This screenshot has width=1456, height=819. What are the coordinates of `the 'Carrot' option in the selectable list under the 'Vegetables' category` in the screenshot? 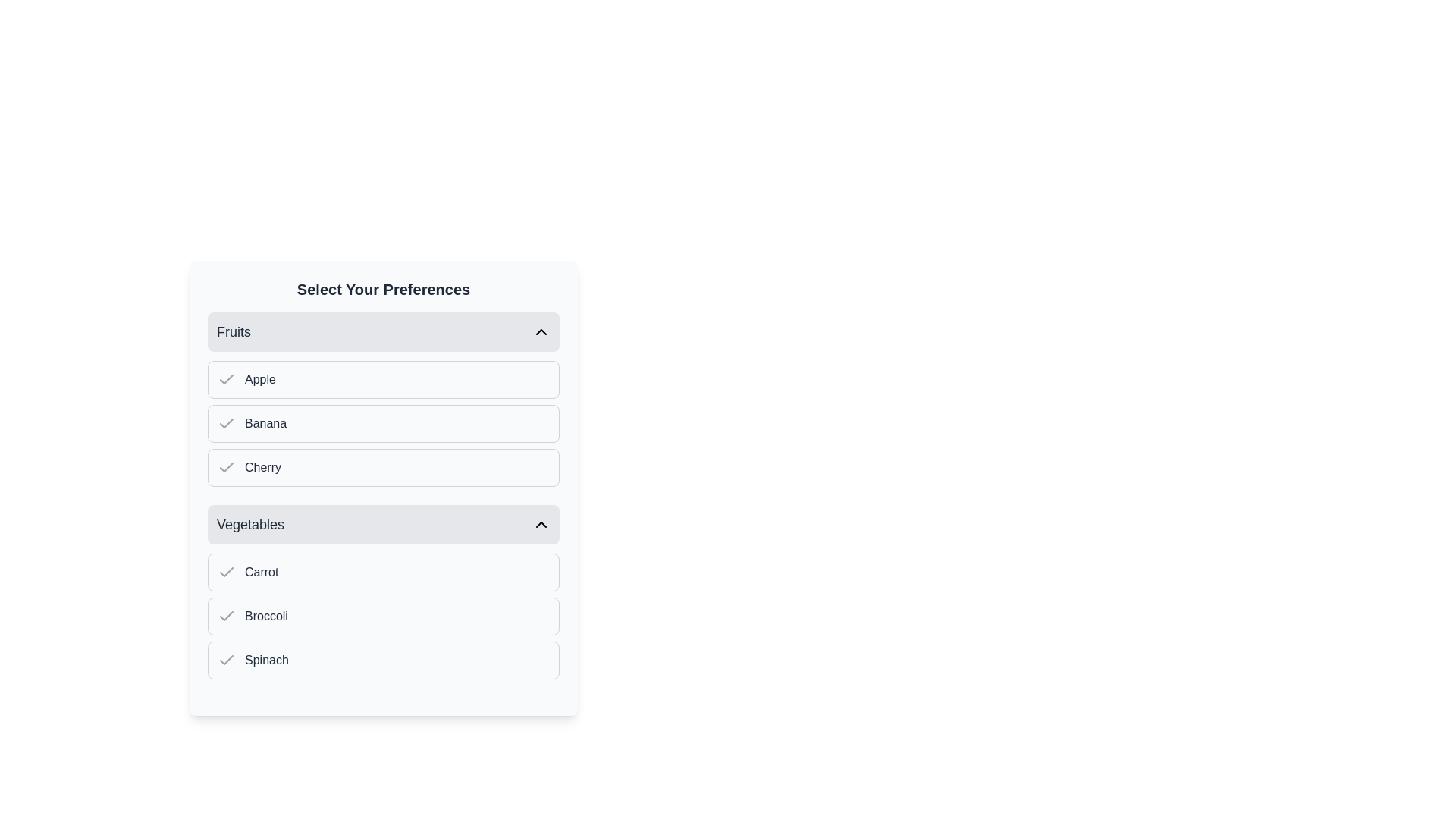 It's located at (383, 573).